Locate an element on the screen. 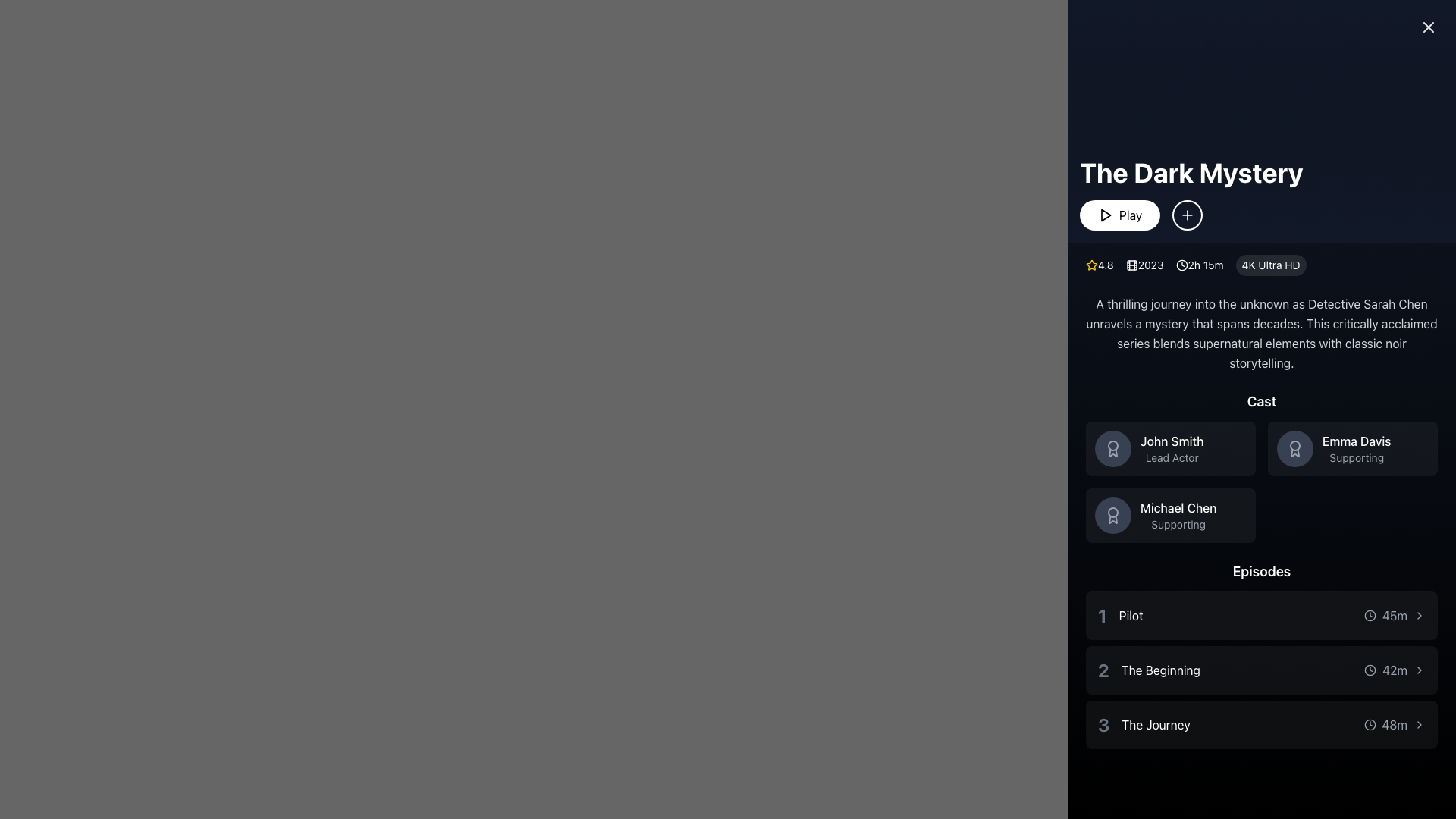 The image size is (1456, 819). the static text label indicating the duration of the third episode 'The Journey', which shows the time length of 48 minutes, positioned in the third row of episodes, to the right of a clock icon is located at coordinates (1395, 724).